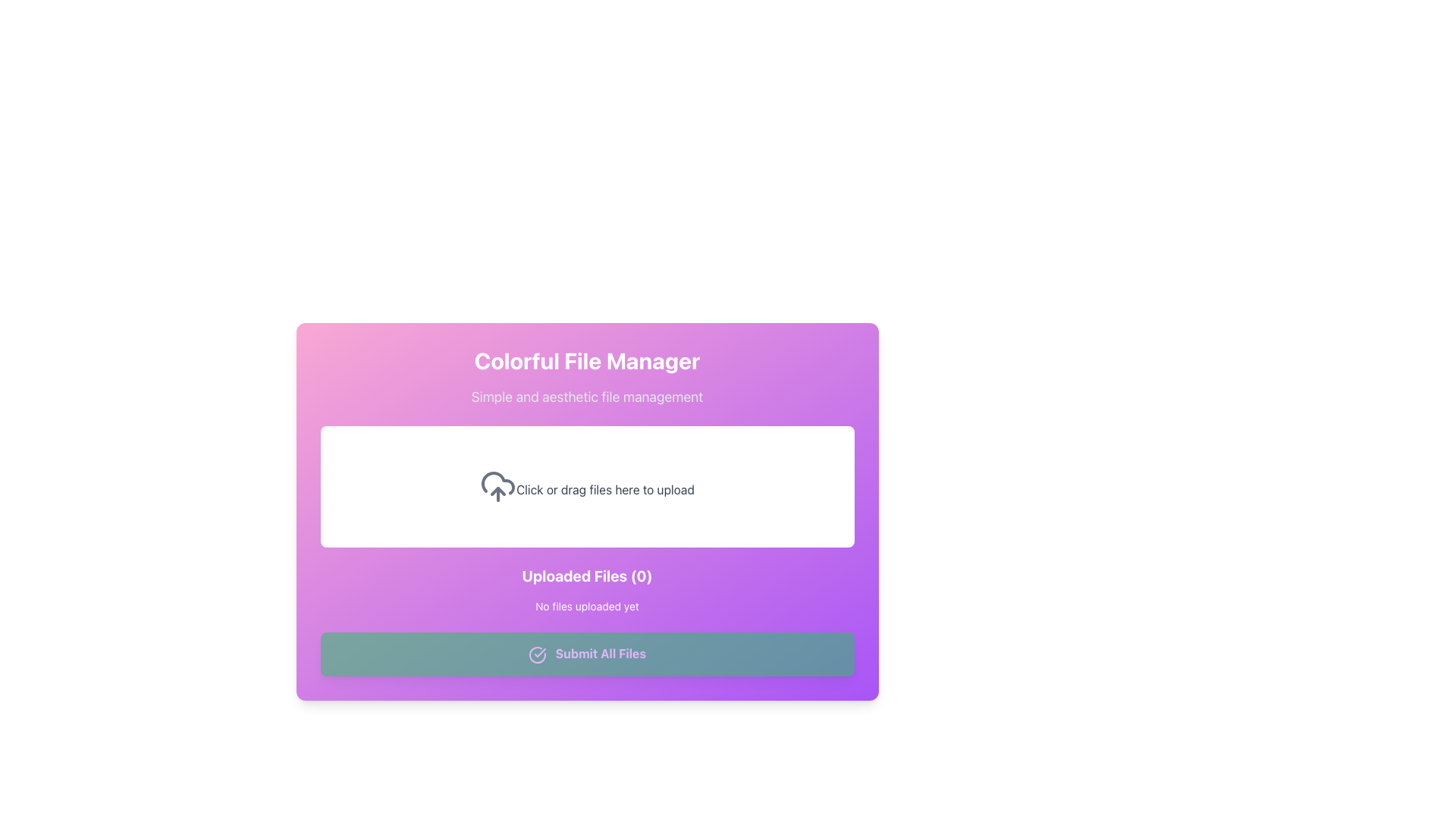 Image resolution: width=1456 pixels, height=819 pixels. Describe the element at coordinates (586, 653) in the screenshot. I see `the green rectangular button labeled 'Submit All Files' with a checkmark icon to initiate the file submission` at that location.